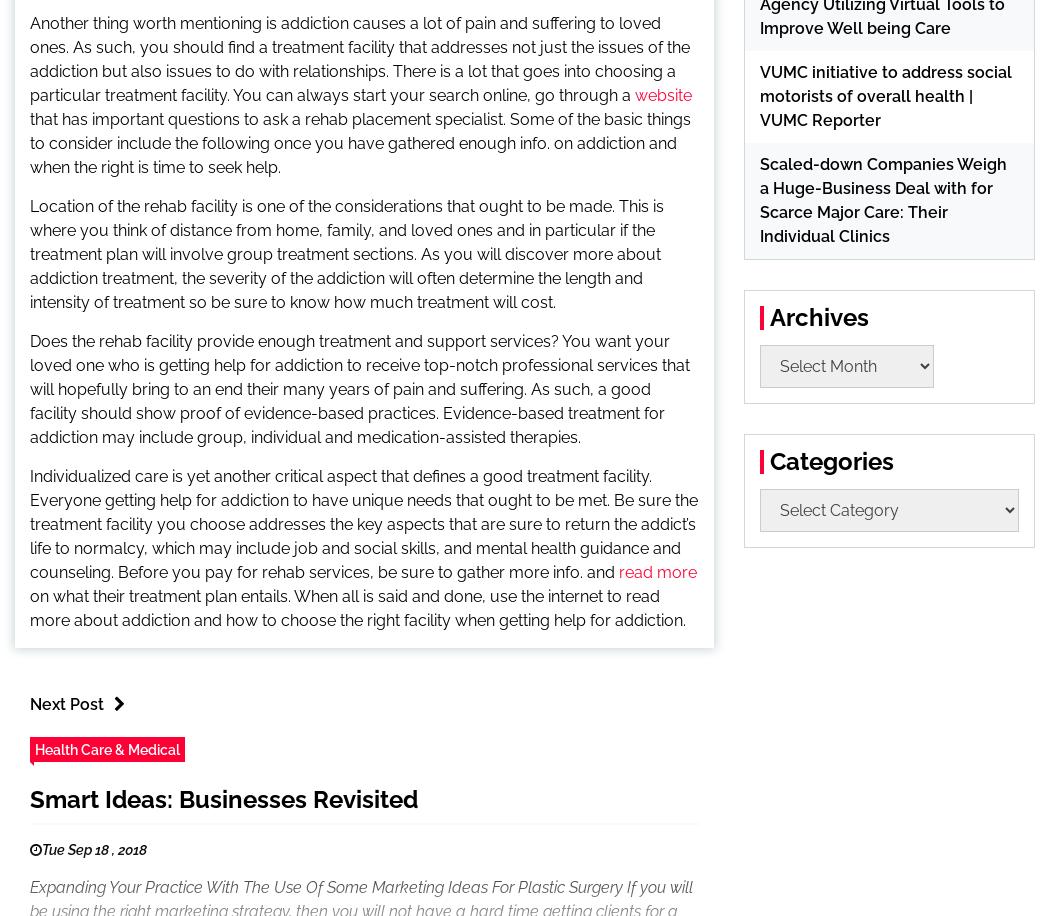 The image size is (1050, 916). What do you see at coordinates (359, 389) in the screenshot?
I see `'Does the rehab facility provide enough treatment and support services? You want your loved one who is getting help for addiction to receive top-notch professional services that will hopefully bring to an end their many years of pain and suffering. As such, a good facility should show proof of evidence-based practices. Evidence-based treatment for addiction may include group, individual and medication-assisted therapies.'` at bounding box center [359, 389].